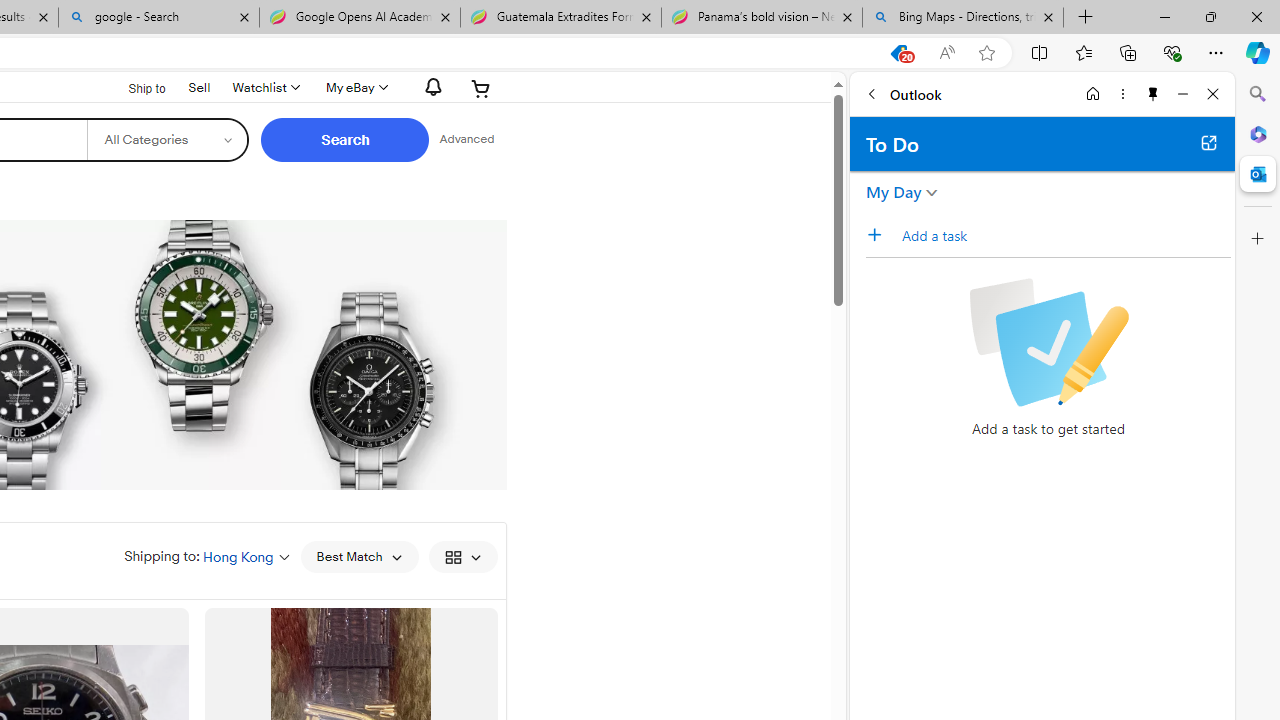 This screenshot has height=720, width=1280. Describe the element at coordinates (1207, 141) in the screenshot. I see `'Open in new tab'` at that location.